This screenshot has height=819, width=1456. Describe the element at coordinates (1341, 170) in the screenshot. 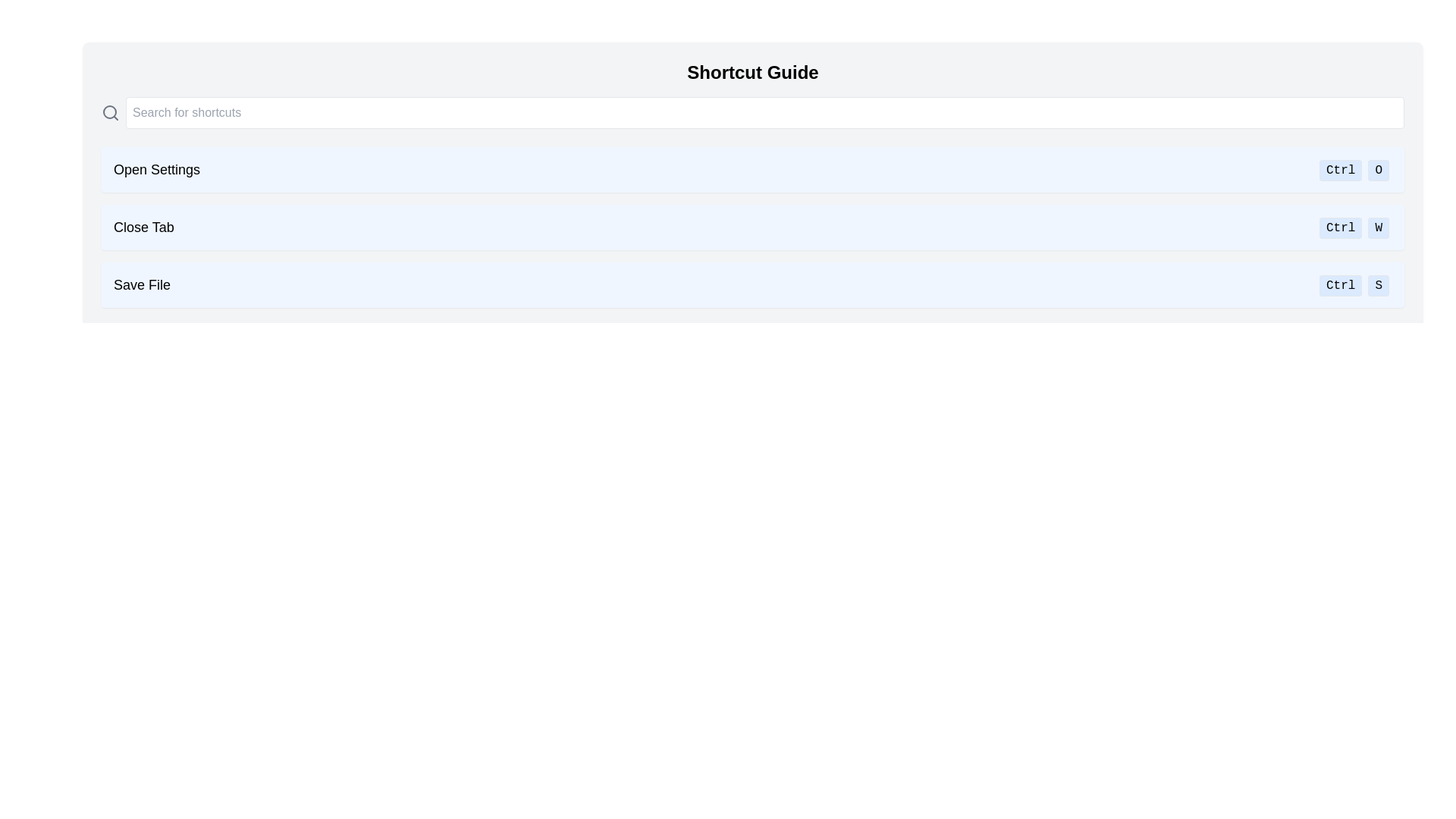

I see `the 'Ctrl' button, which is a button-like block with a light blue background and text displayed in a sans-serif font, located to the left of the 'O' button in the shortcut guide` at that location.